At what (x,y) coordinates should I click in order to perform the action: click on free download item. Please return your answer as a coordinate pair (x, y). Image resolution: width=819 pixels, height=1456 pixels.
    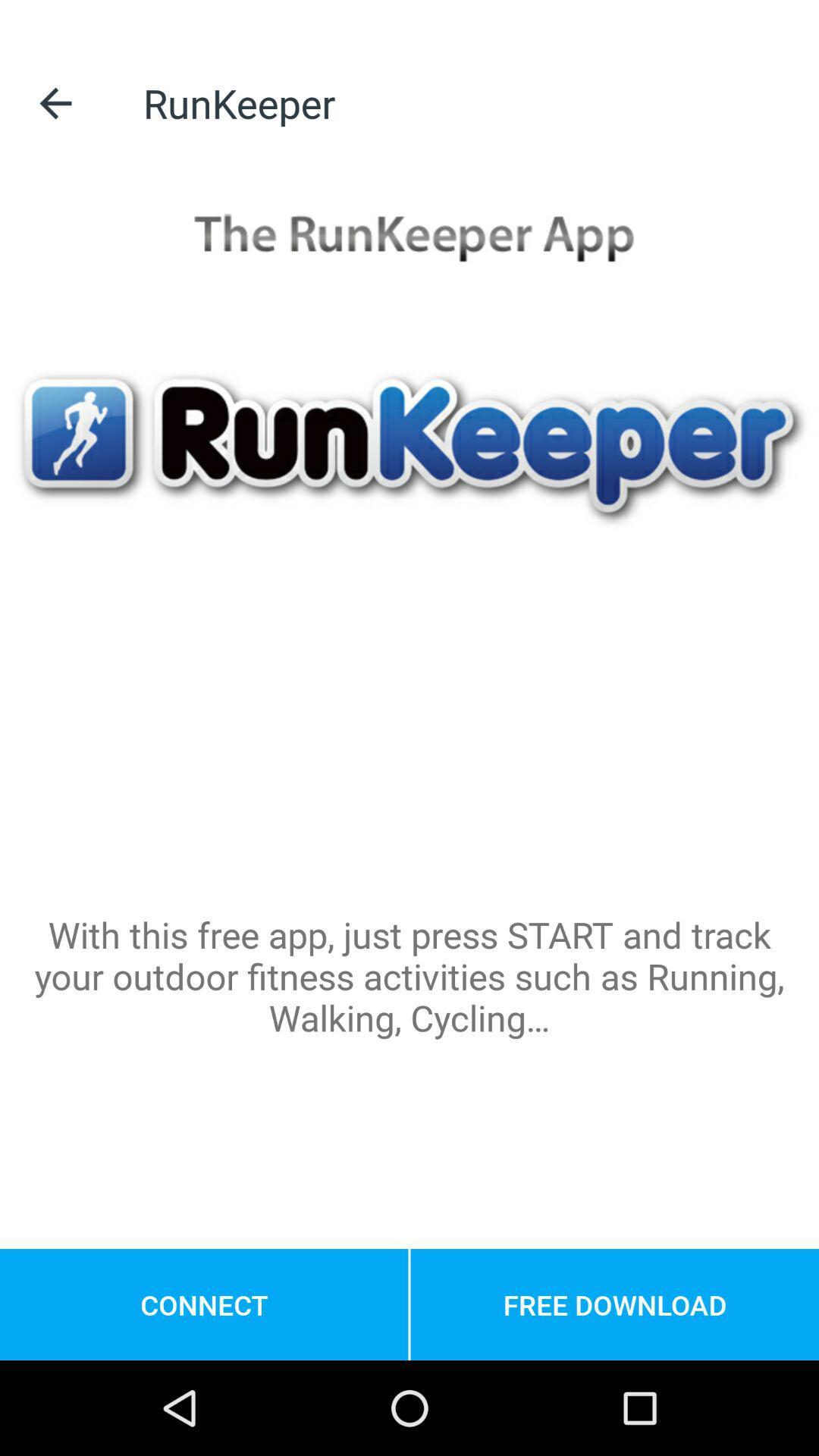
    Looking at the image, I should click on (614, 1304).